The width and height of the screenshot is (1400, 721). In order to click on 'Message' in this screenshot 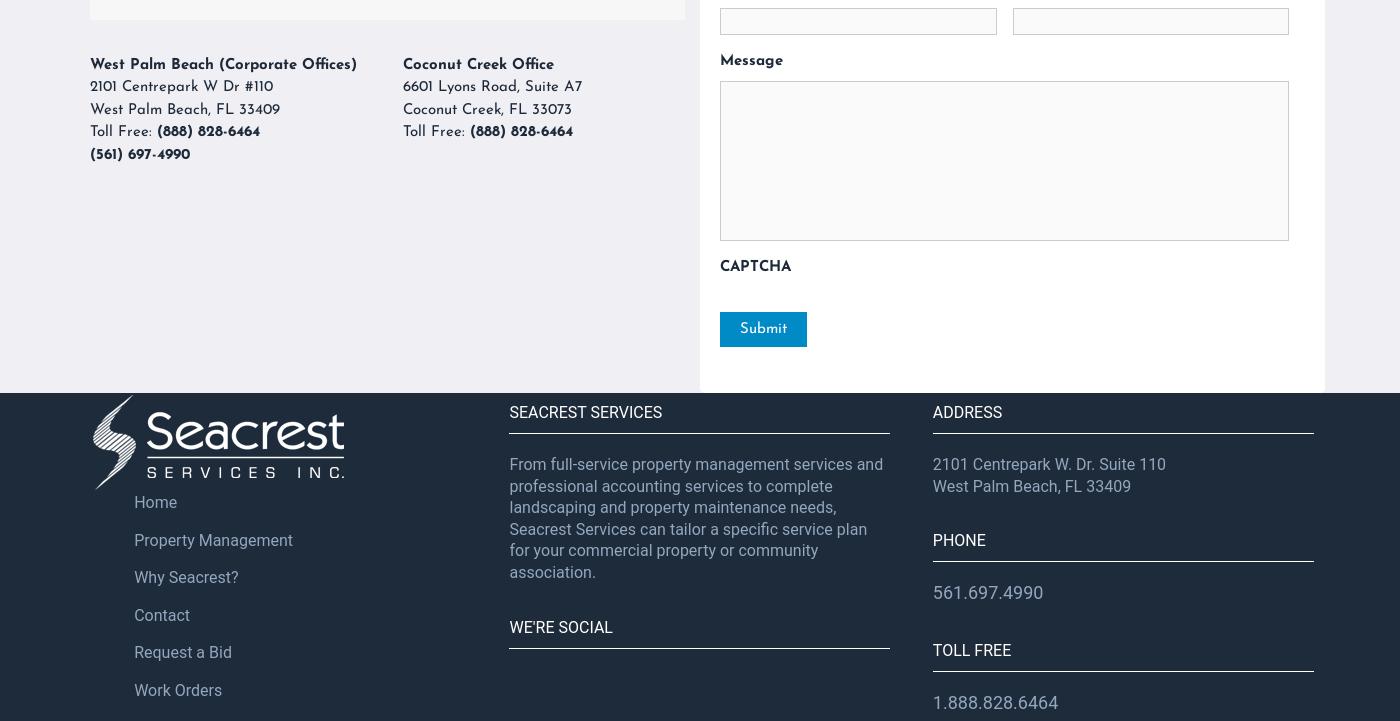, I will do `click(751, 59)`.